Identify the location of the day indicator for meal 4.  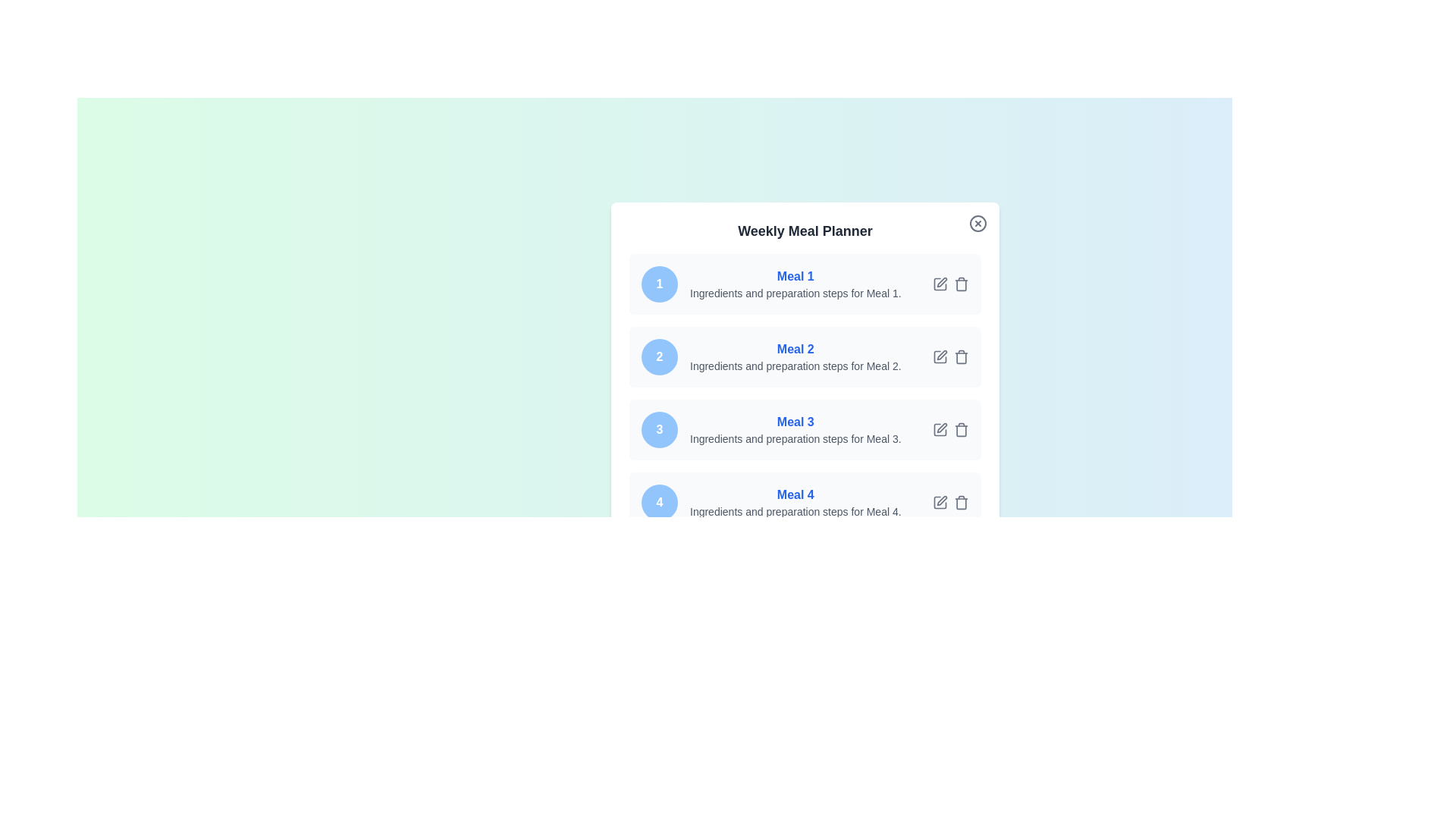
(659, 503).